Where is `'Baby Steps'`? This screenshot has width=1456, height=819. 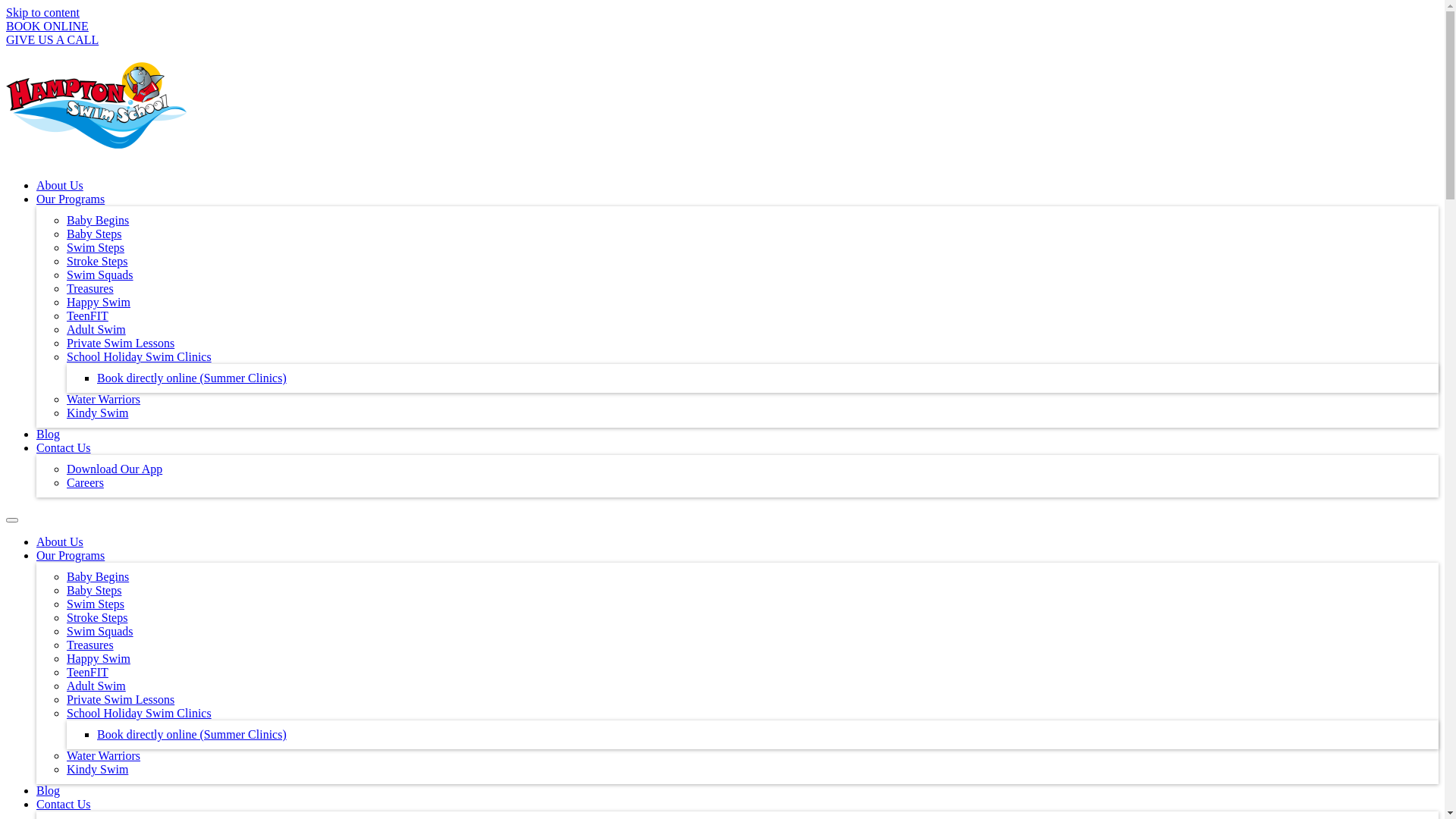 'Baby Steps' is located at coordinates (65, 234).